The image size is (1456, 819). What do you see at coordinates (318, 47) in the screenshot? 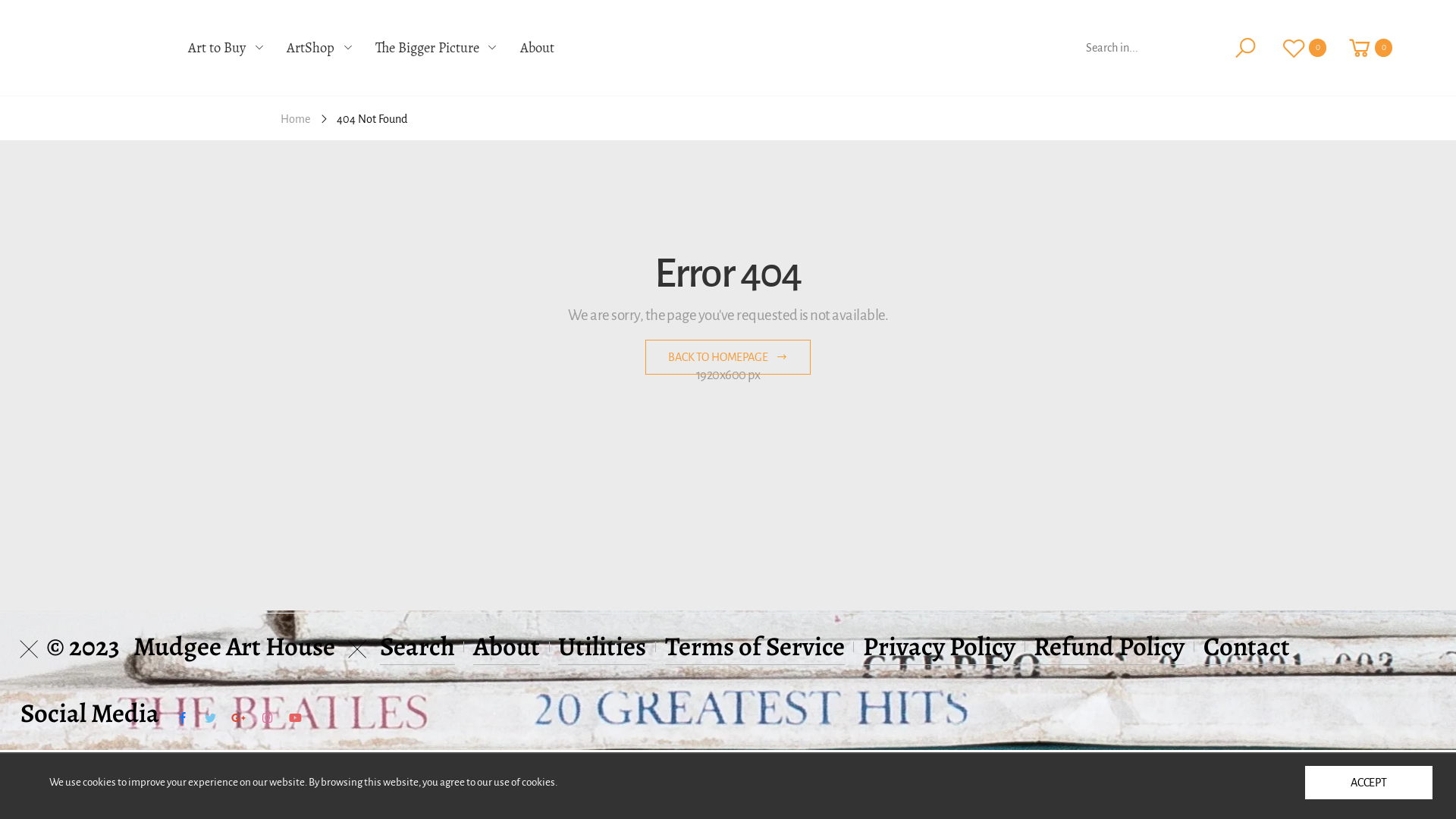
I see `'ArtShop'` at bounding box center [318, 47].